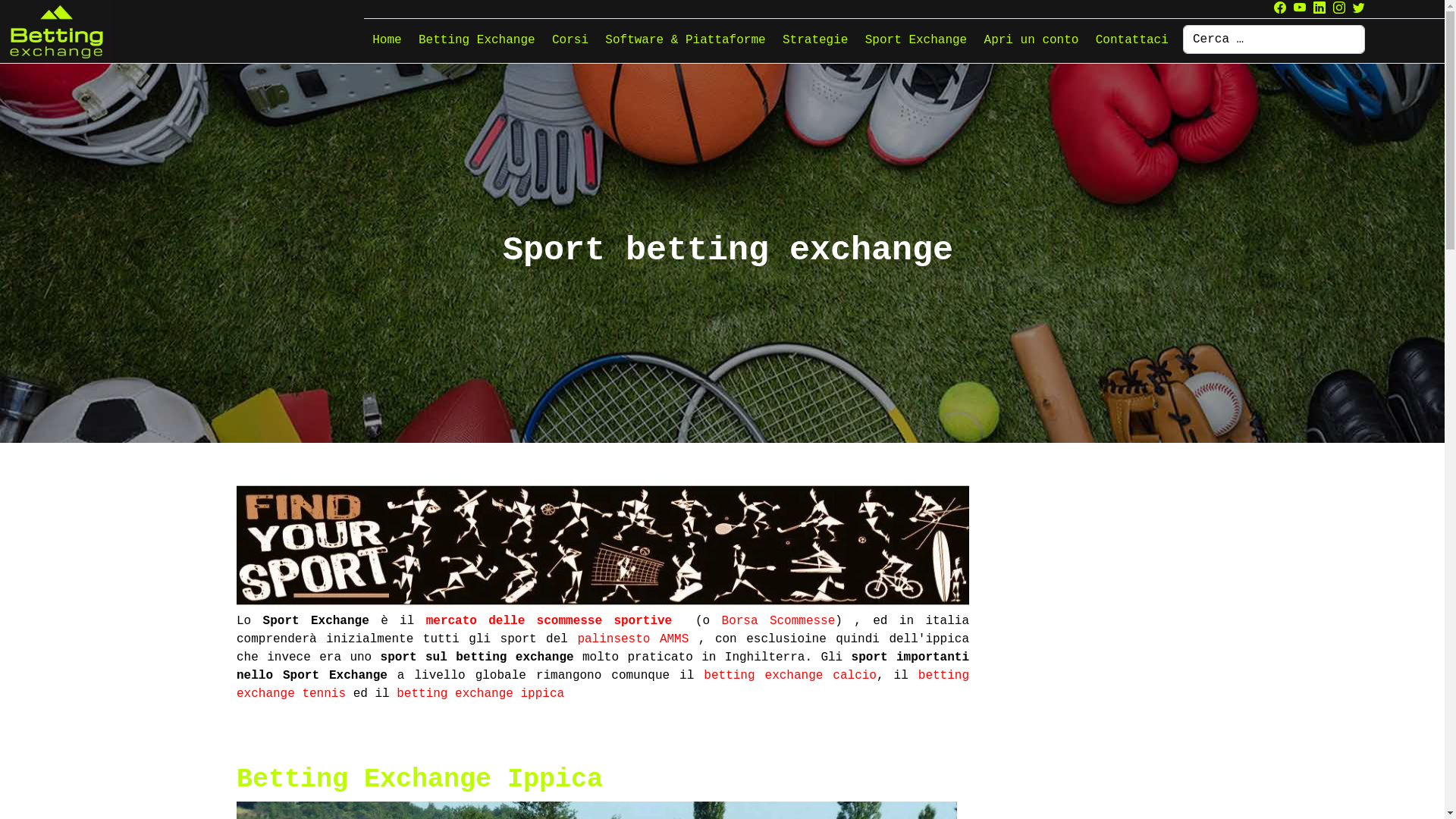  Describe the element at coordinates (1318, 8) in the screenshot. I see `'Linkedin'` at that location.